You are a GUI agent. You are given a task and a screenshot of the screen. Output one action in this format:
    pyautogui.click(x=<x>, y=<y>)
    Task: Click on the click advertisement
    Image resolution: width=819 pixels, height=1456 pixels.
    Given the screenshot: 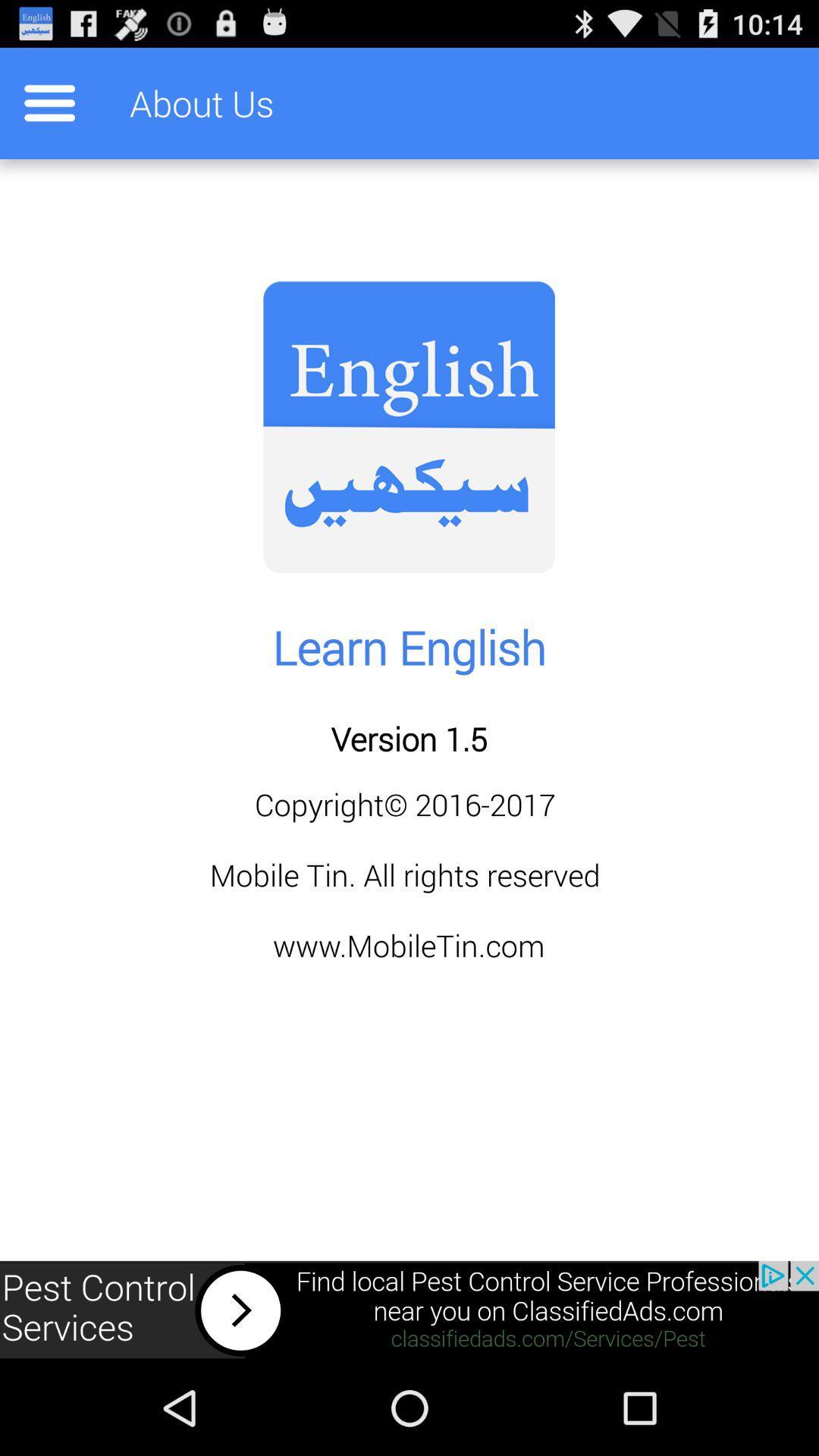 What is the action you would take?
    pyautogui.click(x=409, y=1310)
    